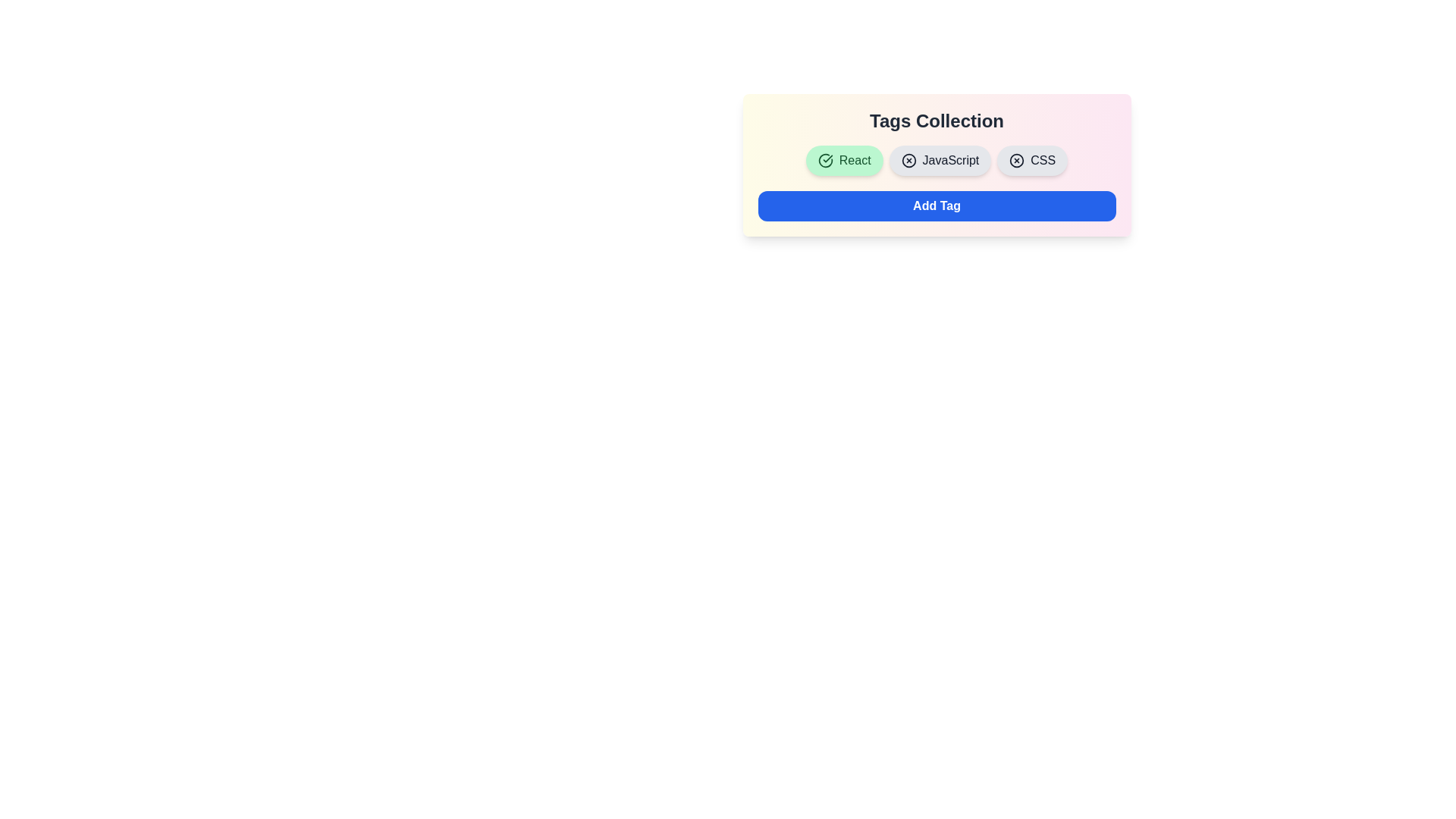 The width and height of the screenshot is (1456, 819). I want to click on the 'Add Tag' button to add a new tag to the collection, so click(936, 206).